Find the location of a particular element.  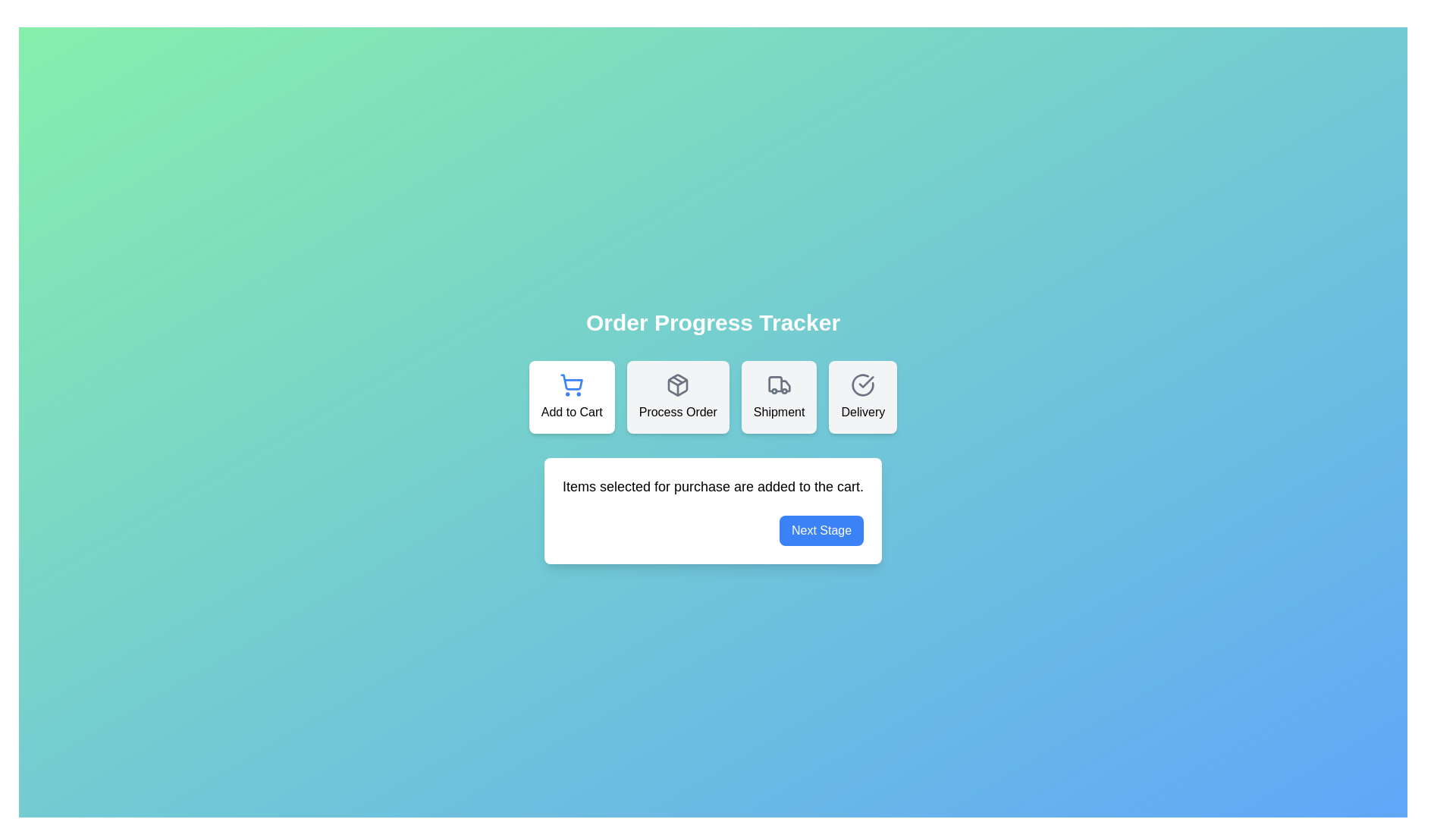

the stage icon representing Process Order to select it is located at coordinates (676, 397).